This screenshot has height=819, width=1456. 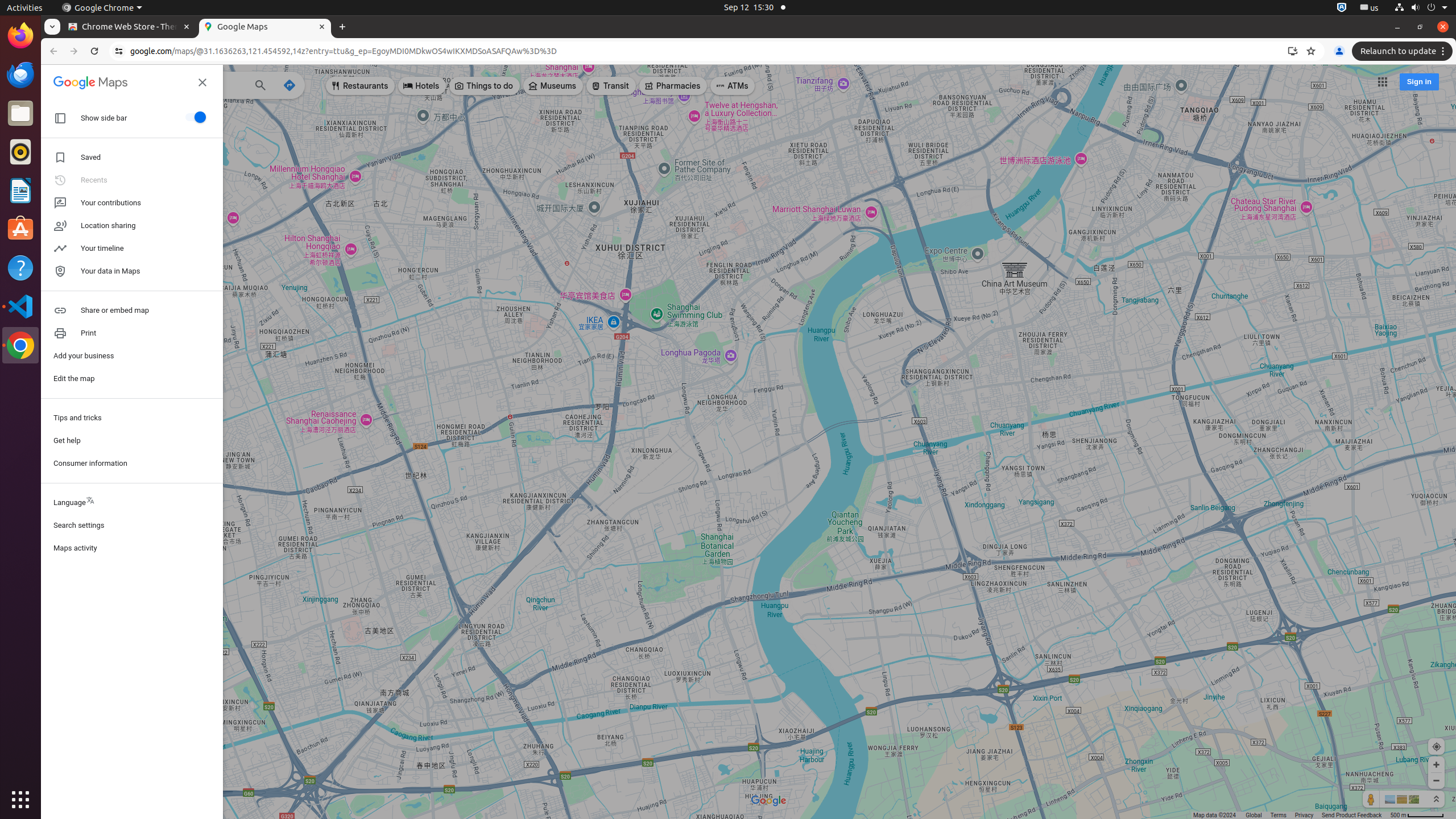 I want to click on 'Terms', so click(x=1277, y=814).